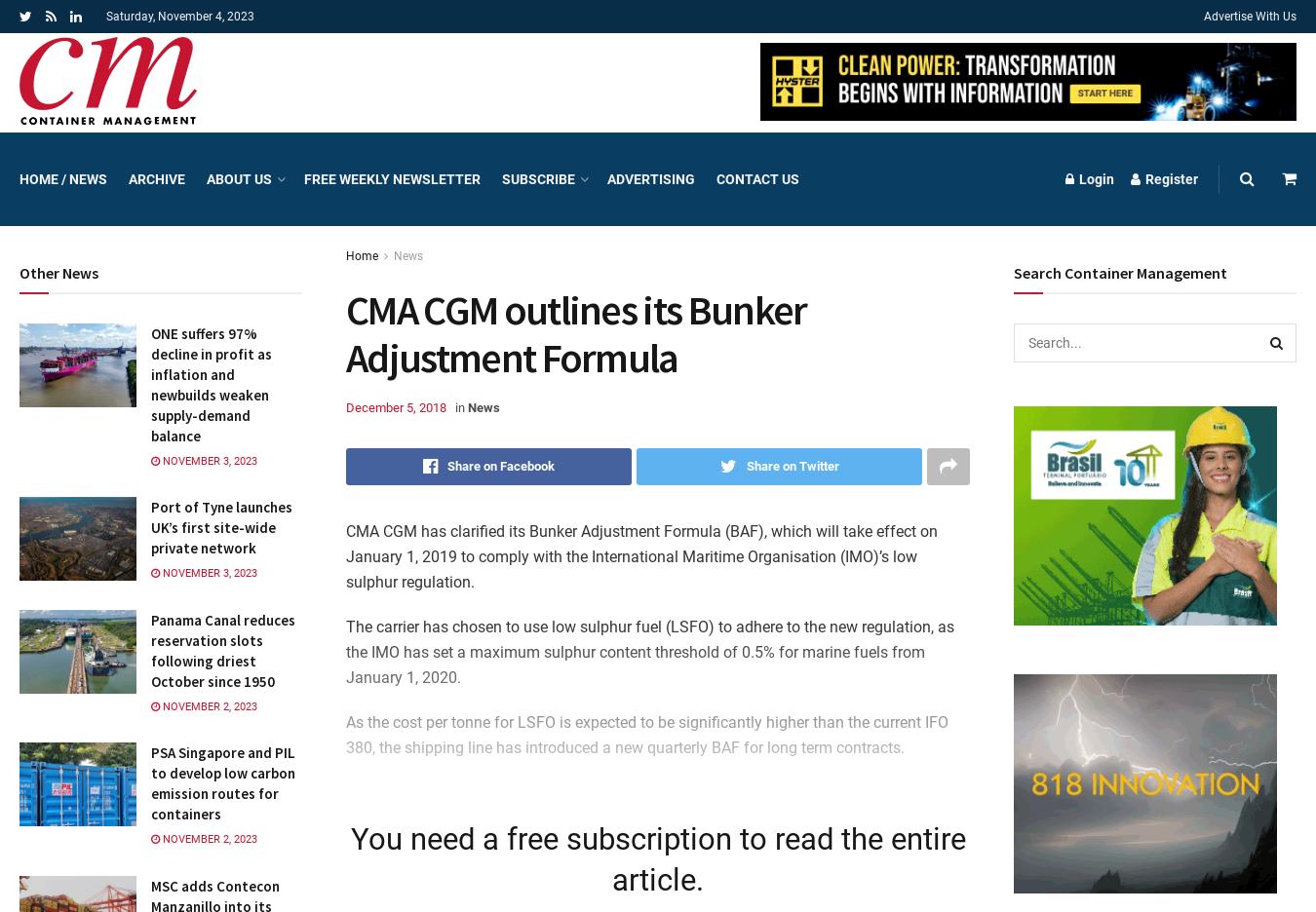  What do you see at coordinates (211, 383) in the screenshot?
I see `'ONE suffers 97% decline in profit as inflation and newbuilds weaken supply-demand balance'` at bounding box center [211, 383].